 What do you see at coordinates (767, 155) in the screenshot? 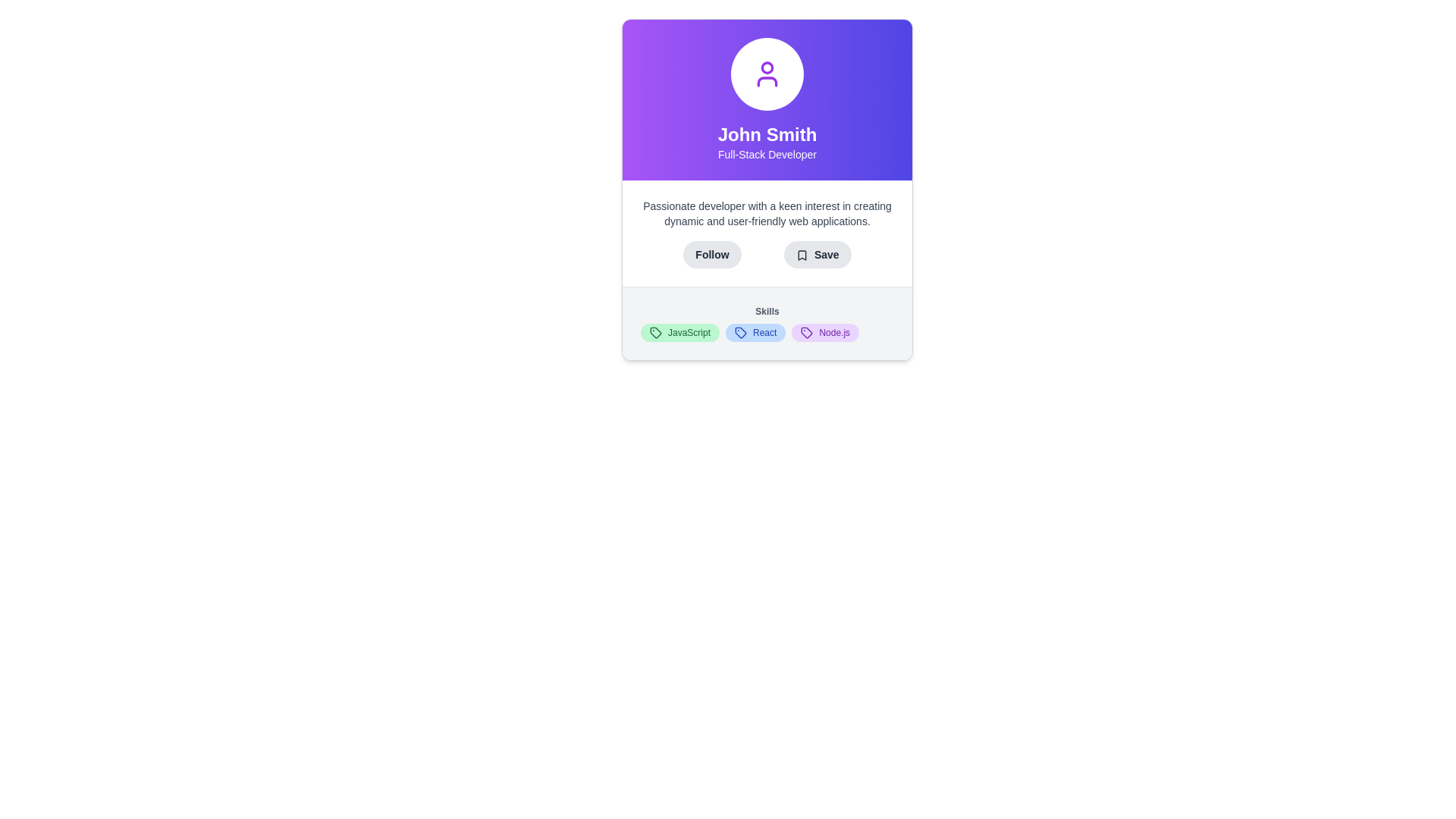
I see `the static text label 'Full-Stack Developer' which provides context to the user's profile named 'John Smith'` at bounding box center [767, 155].